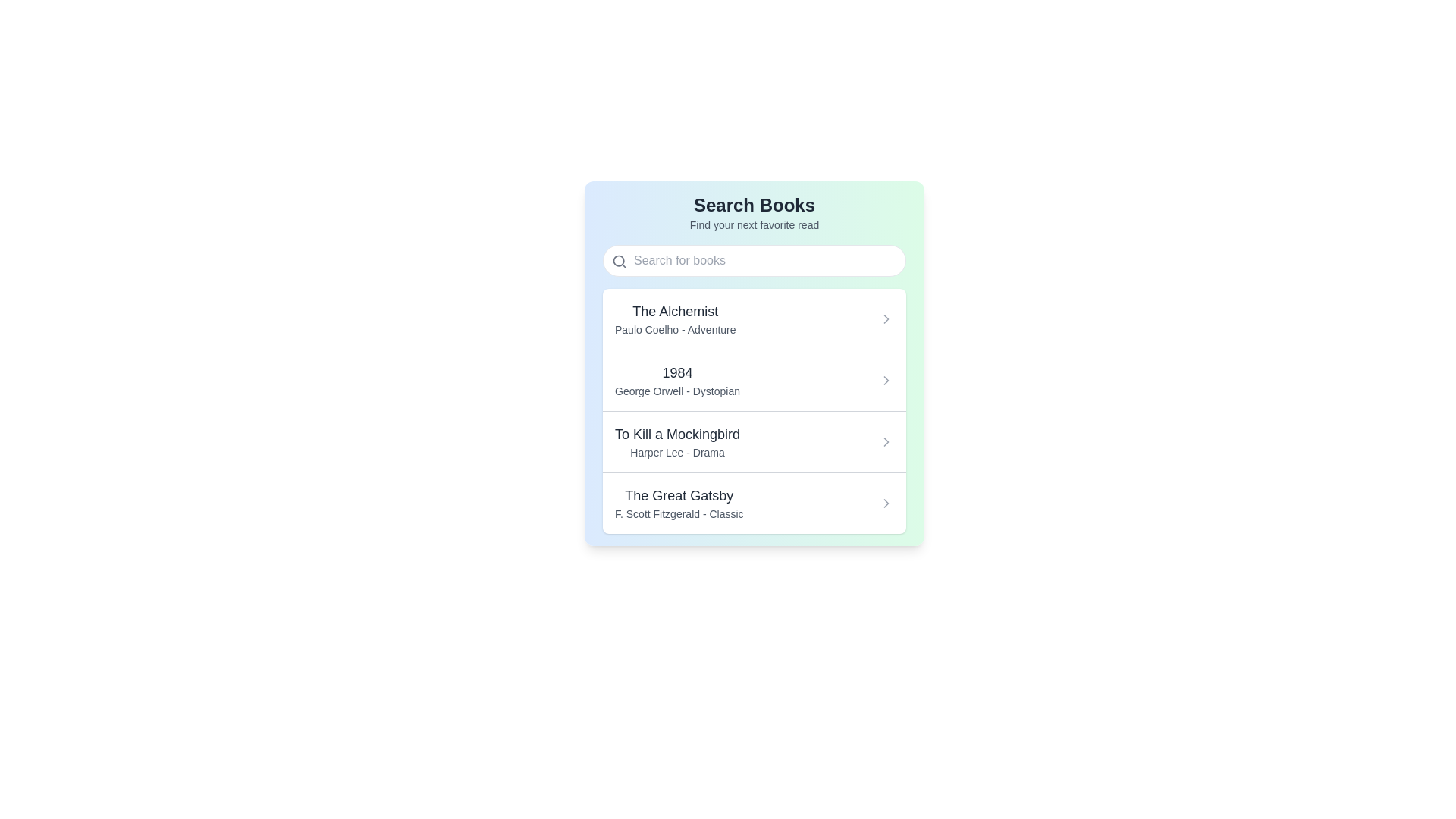 The width and height of the screenshot is (1456, 819). What do you see at coordinates (886, 441) in the screenshot?
I see `the rightward-pointing chevron icon located at the right edge of the 'To Kill a Mockingbird - Harper Lee - Drama' list item to visualize interactive feedback` at bounding box center [886, 441].